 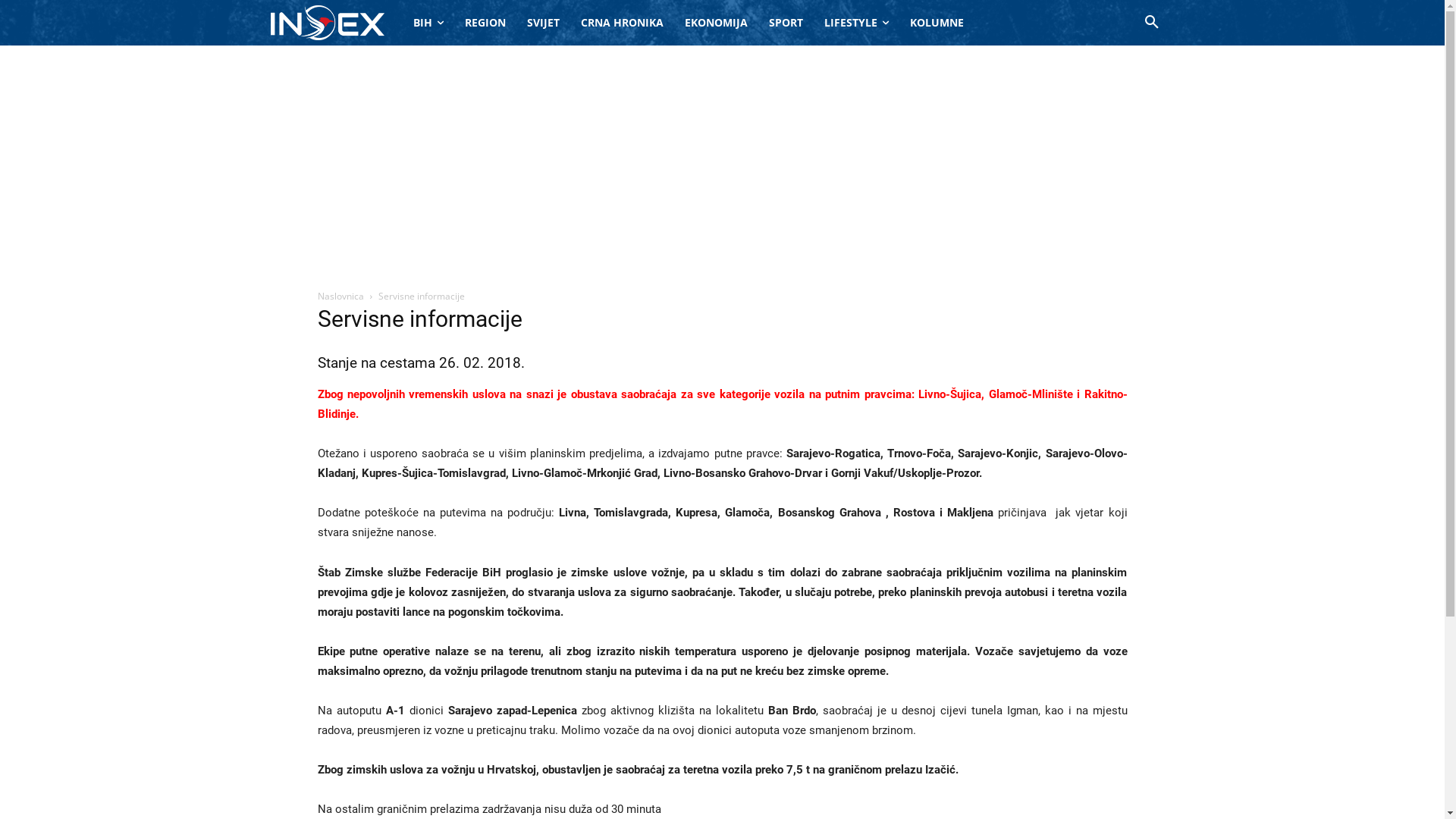 What do you see at coordinates (483, 23) in the screenshot?
I see `'REGION'` at bounding box center [483, 23].